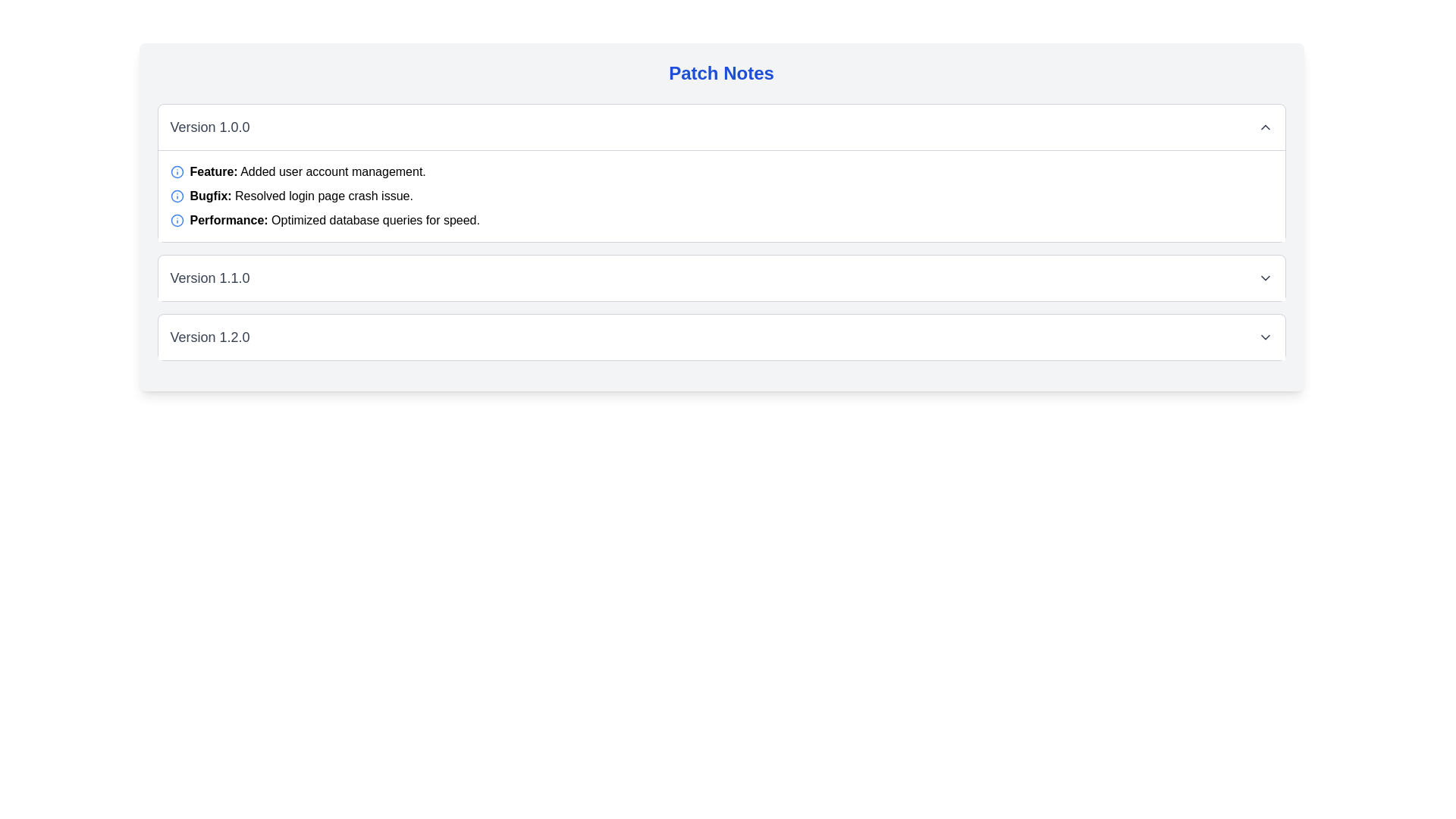 This screenshot has height=819, width=1456. Describe the element at coordinates (209, 278) in the screenshot. I see `the static text label displaying 'Version 1.1.0', which is part of a collapsible panel system and positioned above 'Version 1.2.0'` at that location.